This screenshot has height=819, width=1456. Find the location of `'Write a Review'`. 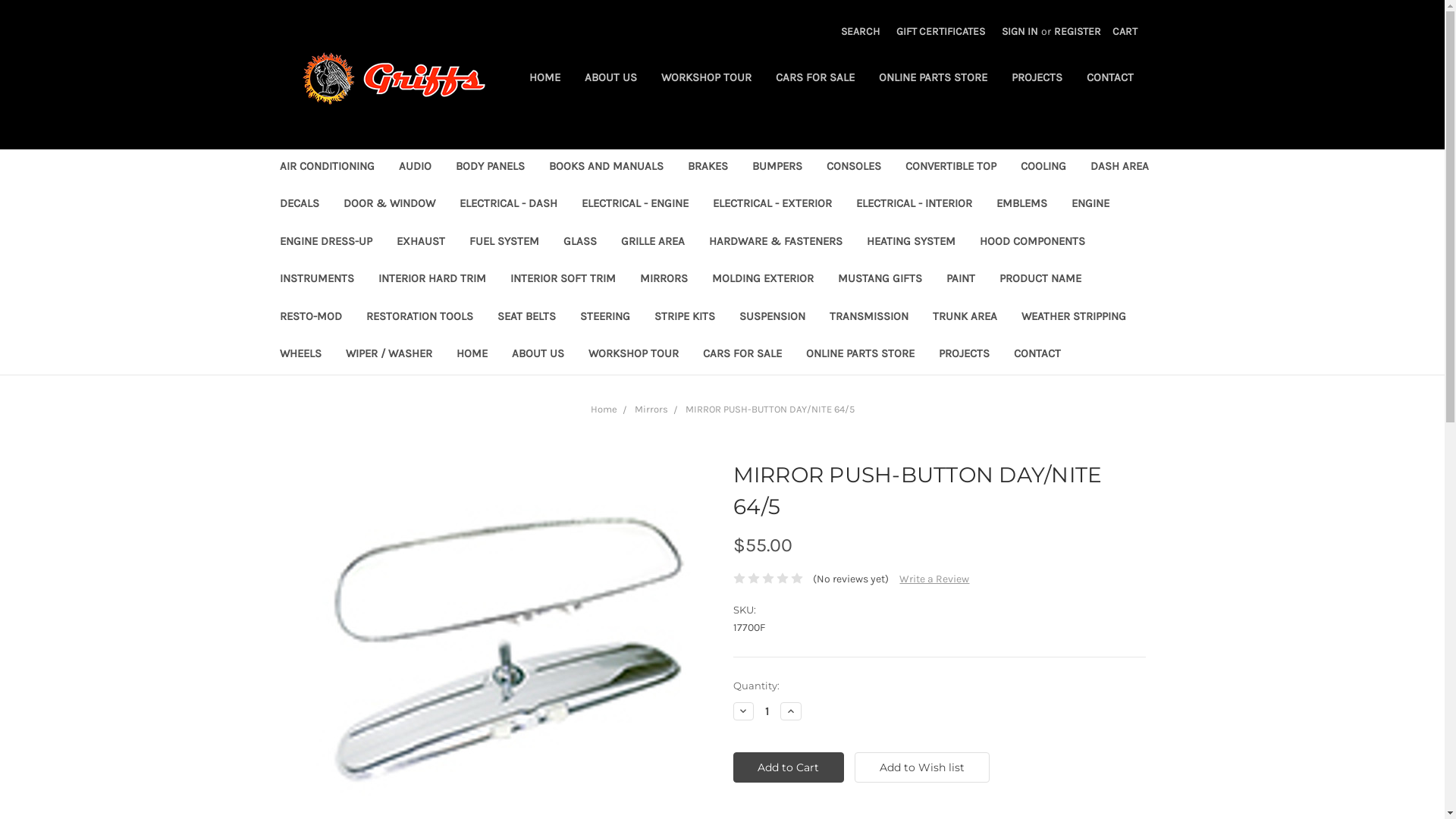

'Write a Review' is located at coordinates (934, 579).